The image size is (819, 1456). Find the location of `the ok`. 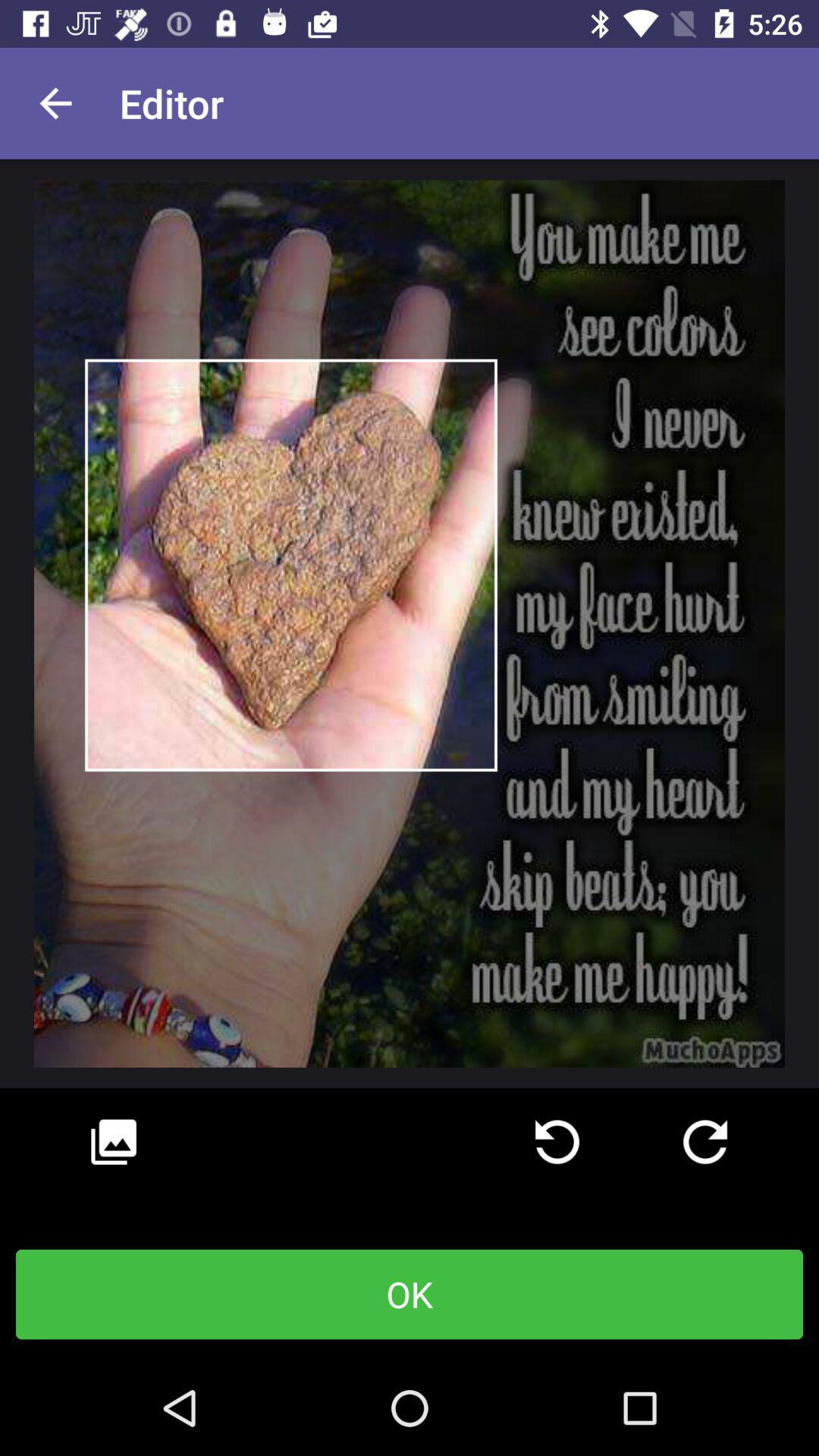

the ok is located at coordinates (409, 1294).